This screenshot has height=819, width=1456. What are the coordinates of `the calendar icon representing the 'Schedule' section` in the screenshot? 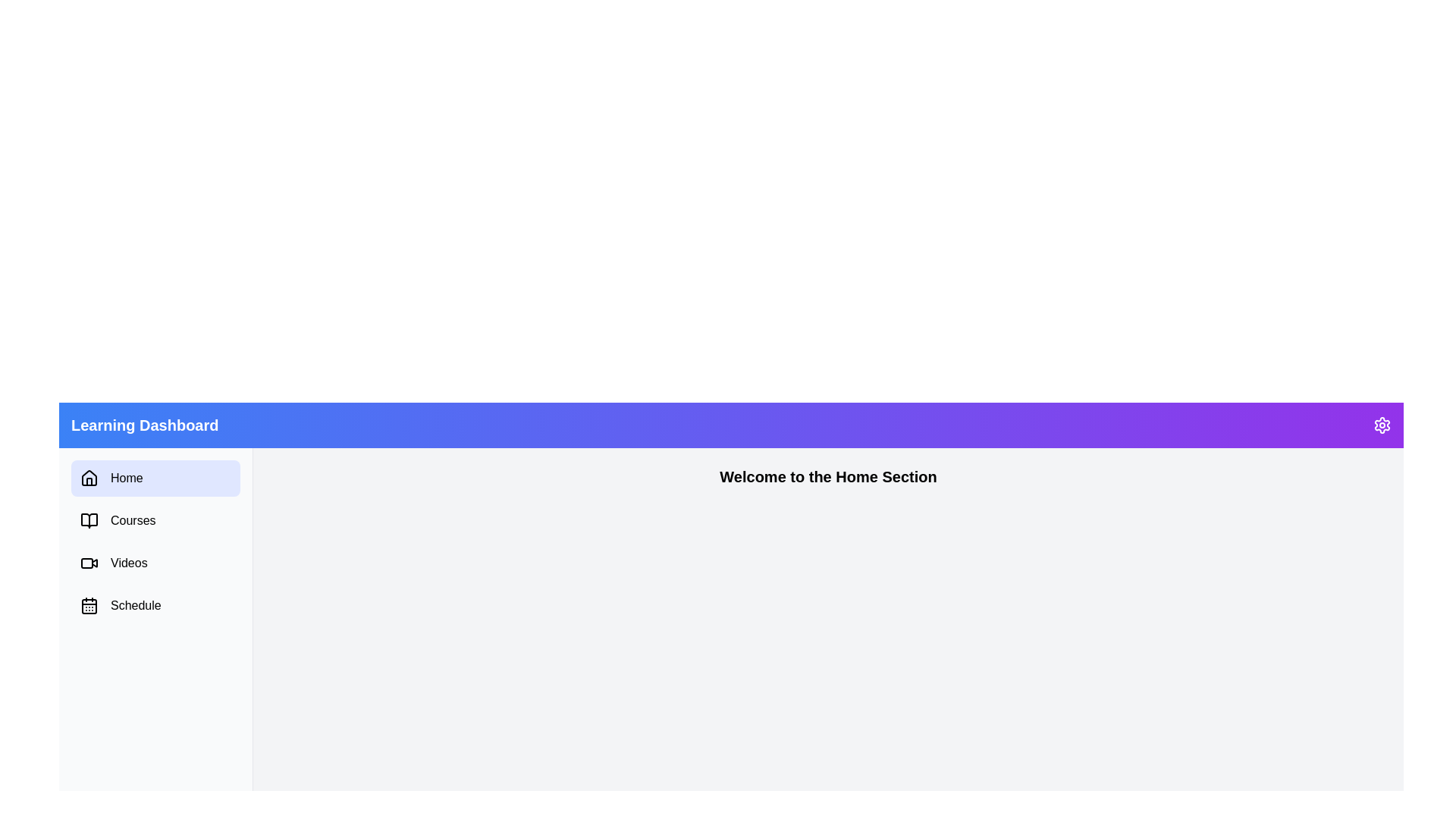 It's located at (89, 604).